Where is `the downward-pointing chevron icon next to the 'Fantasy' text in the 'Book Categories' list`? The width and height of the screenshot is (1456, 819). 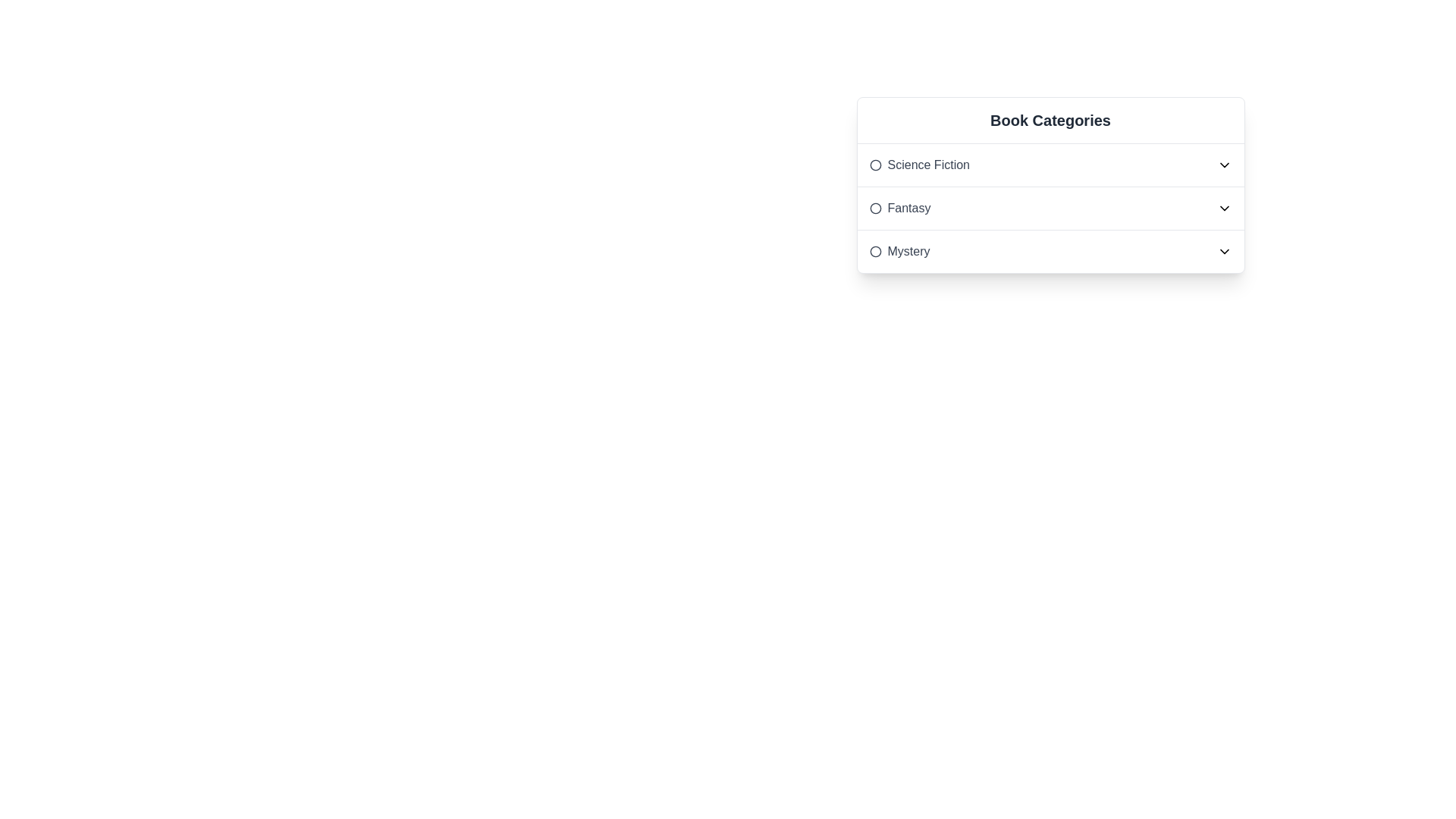 the downward-pointing chevron icon next to the 'Fantasy' text in the 'Book Categories' list is located at coordinates (1224, 208).